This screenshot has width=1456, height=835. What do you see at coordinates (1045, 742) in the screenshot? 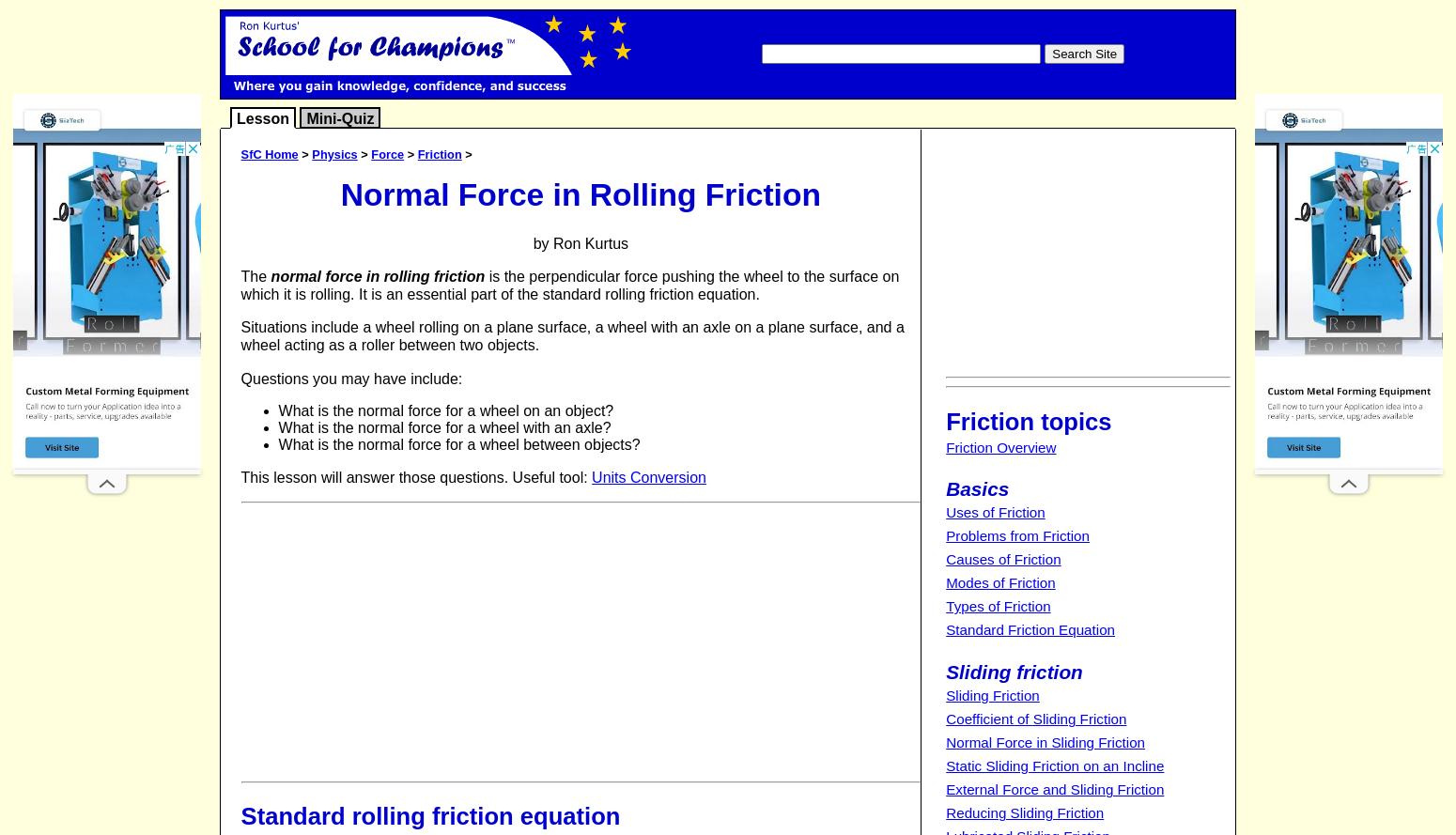
I see `'Normal Force in Sliding Friction'` at bounding box center [1045, 742].